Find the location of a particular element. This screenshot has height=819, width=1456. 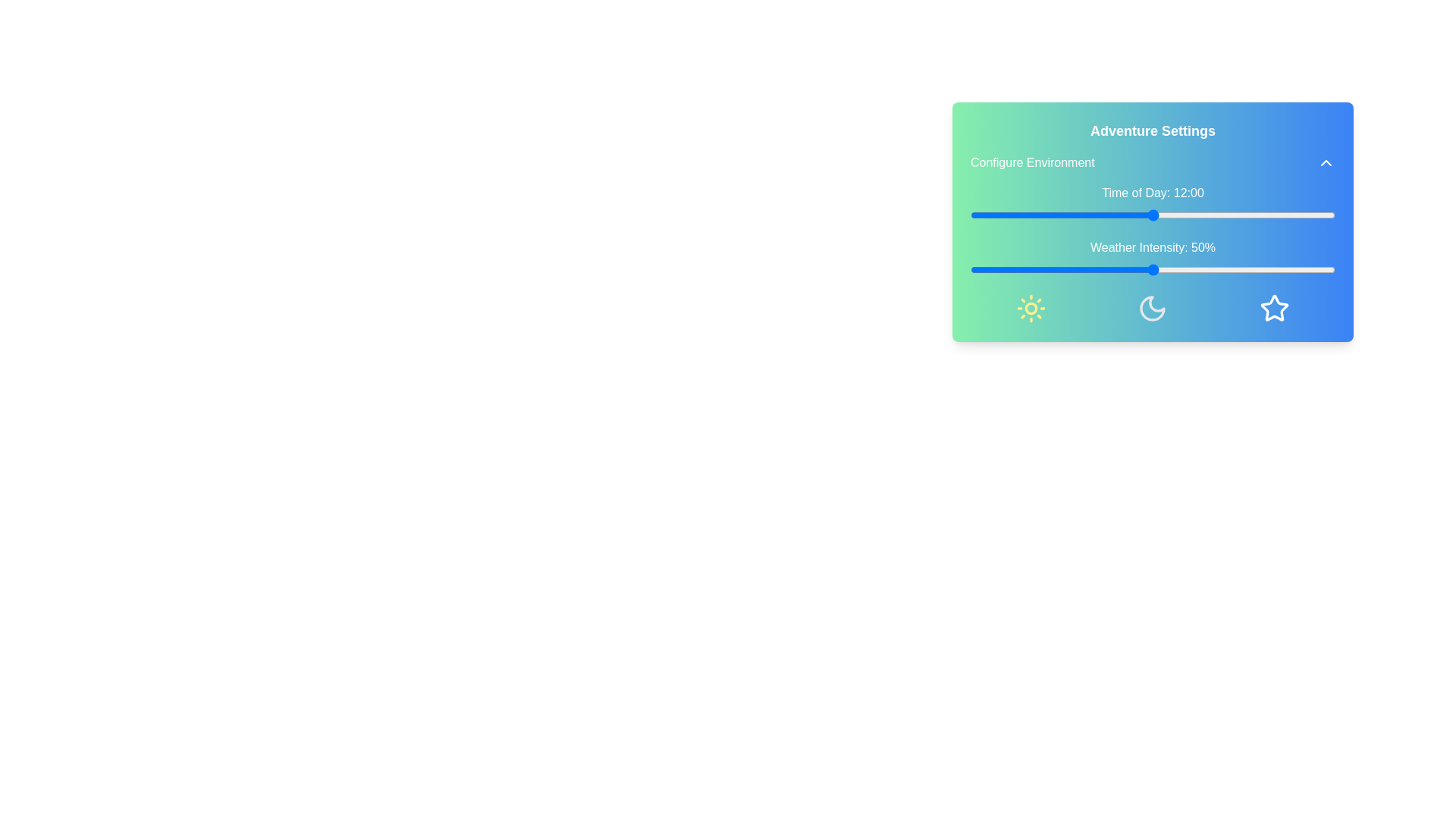

the 'Weather Intensity' slider to 98% is located at coordinates (1327, 268).